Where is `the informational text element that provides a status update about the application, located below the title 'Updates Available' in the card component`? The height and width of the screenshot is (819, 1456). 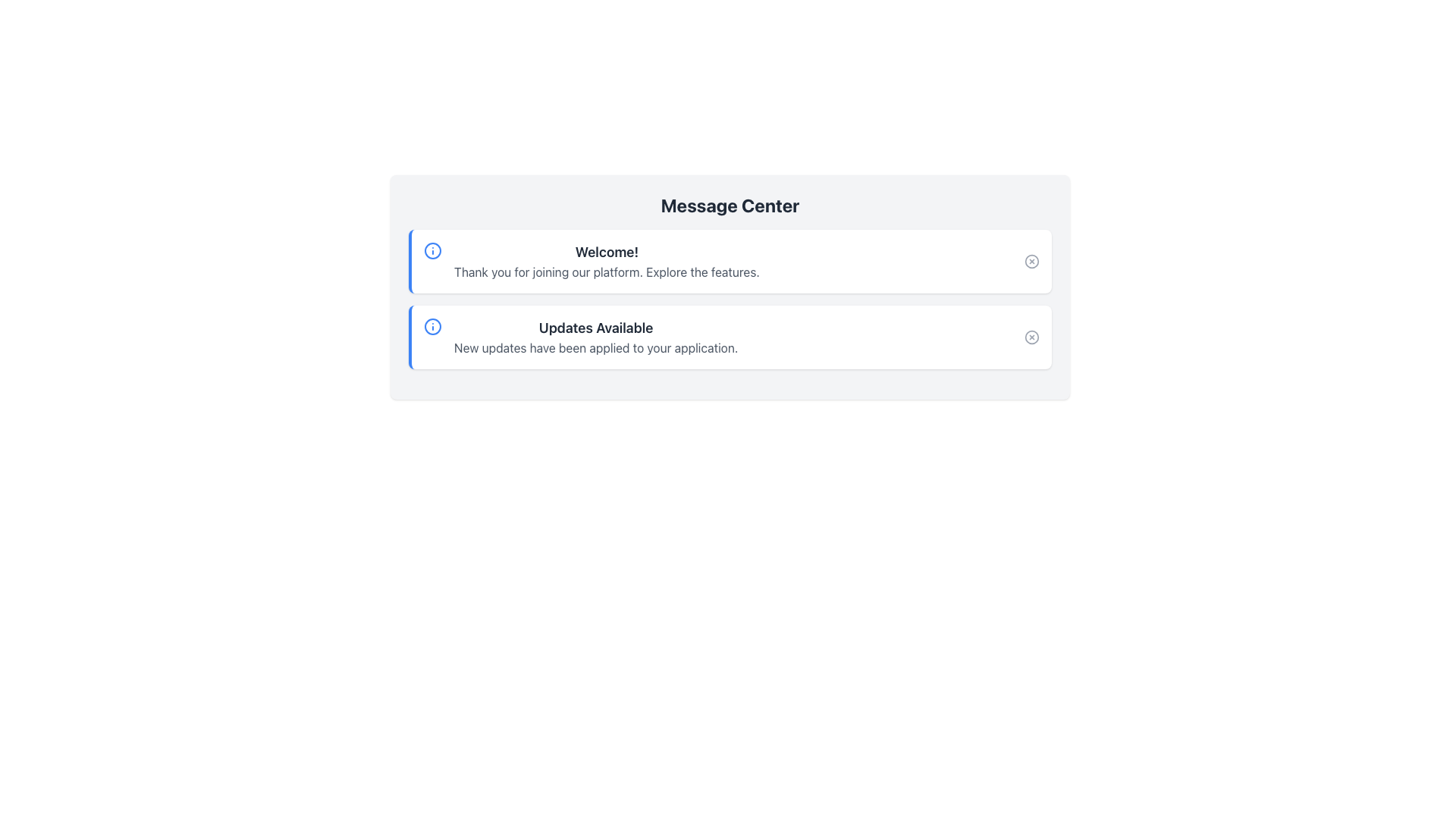
the informational text element that provides a status update about the application, located below the title 'Updates Available' in the card component is located at coordinates (595, 348).